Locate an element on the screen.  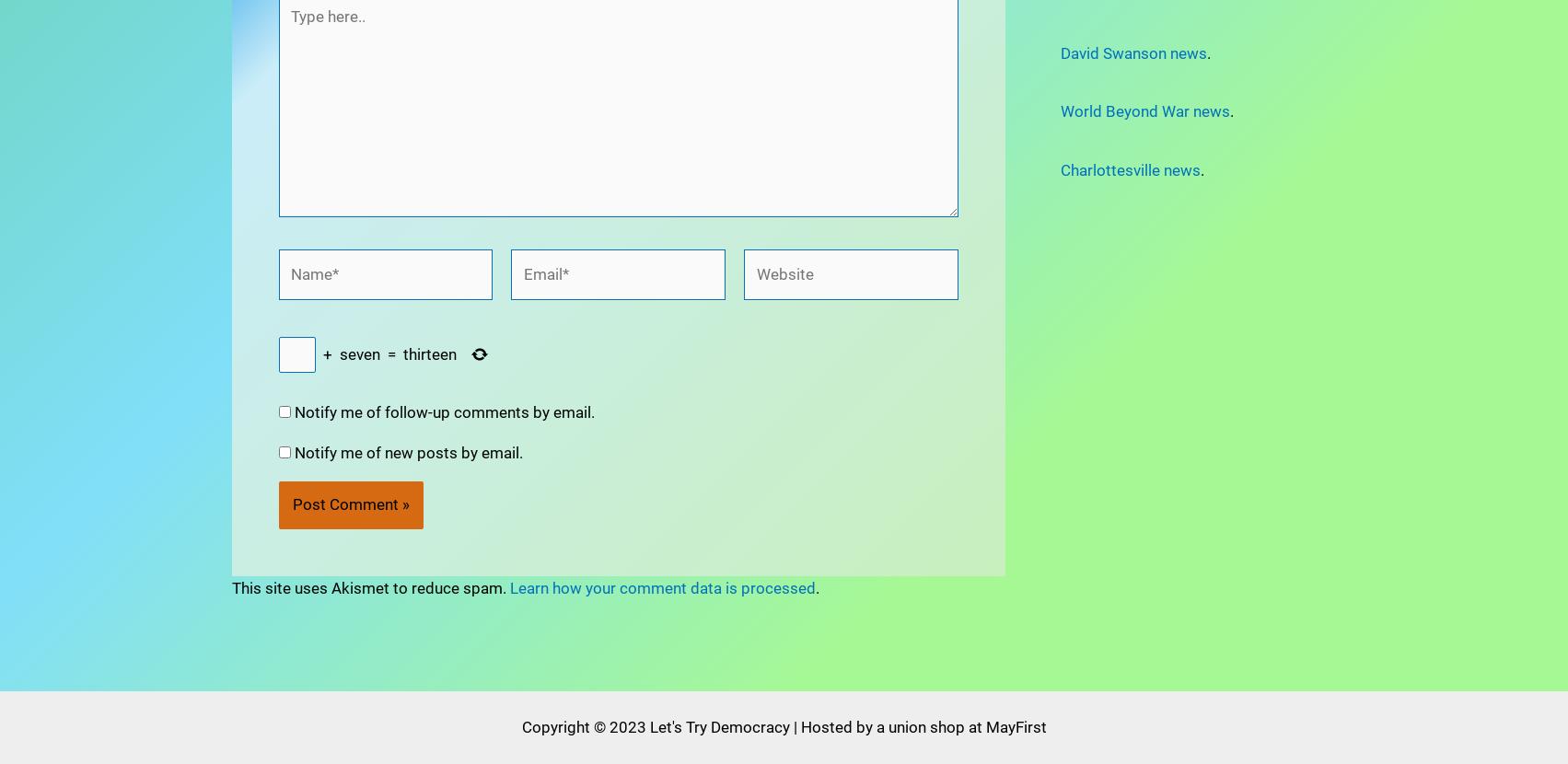
'=' is located at coordinates (390, 302).